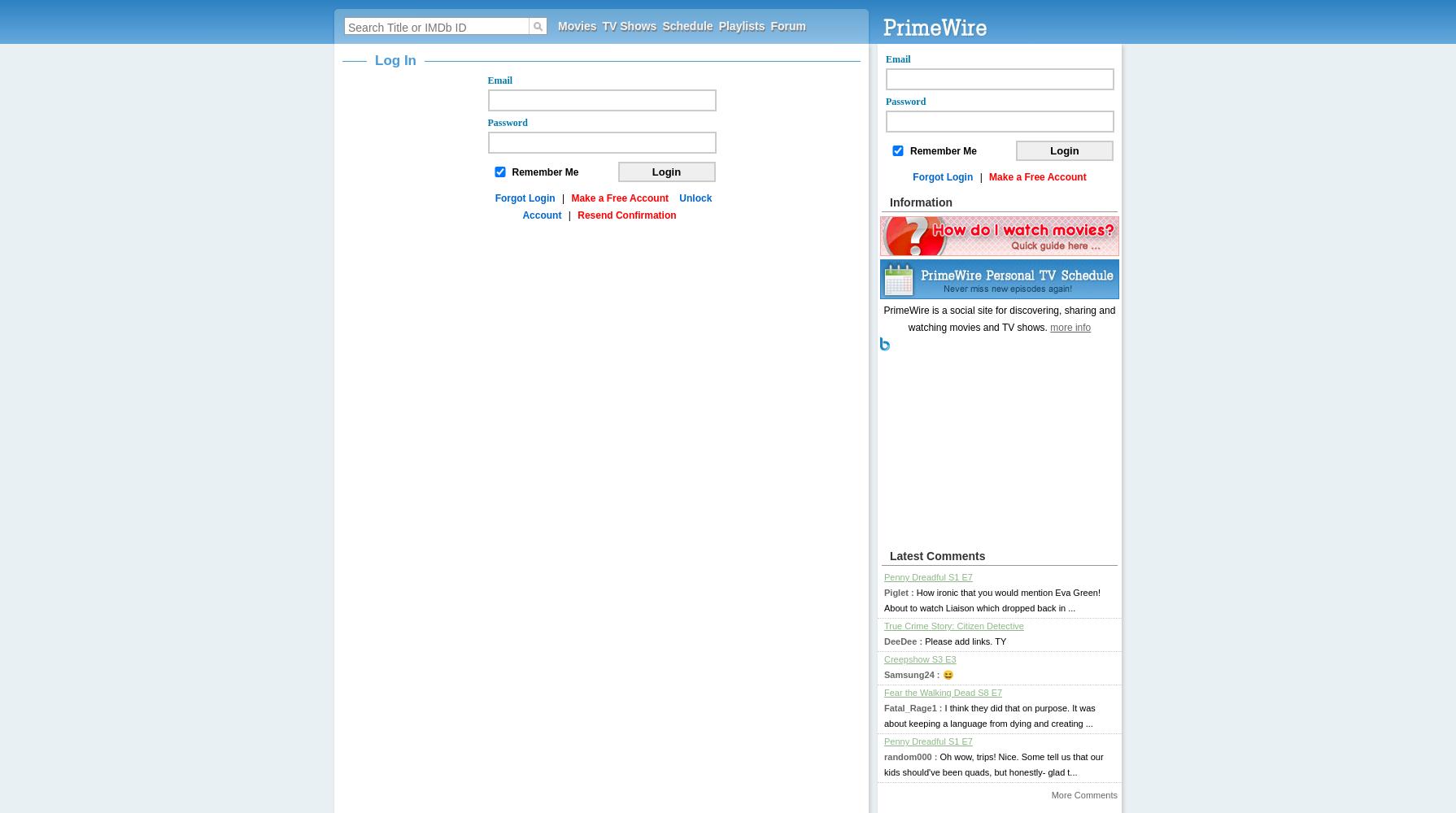  Describe the element at coordinates (993, 763) in the screenshot. I see `'Oh wow, trips! Nice. Some tell us that our kids should've been quads, but honestly- glad t...'` at that location.